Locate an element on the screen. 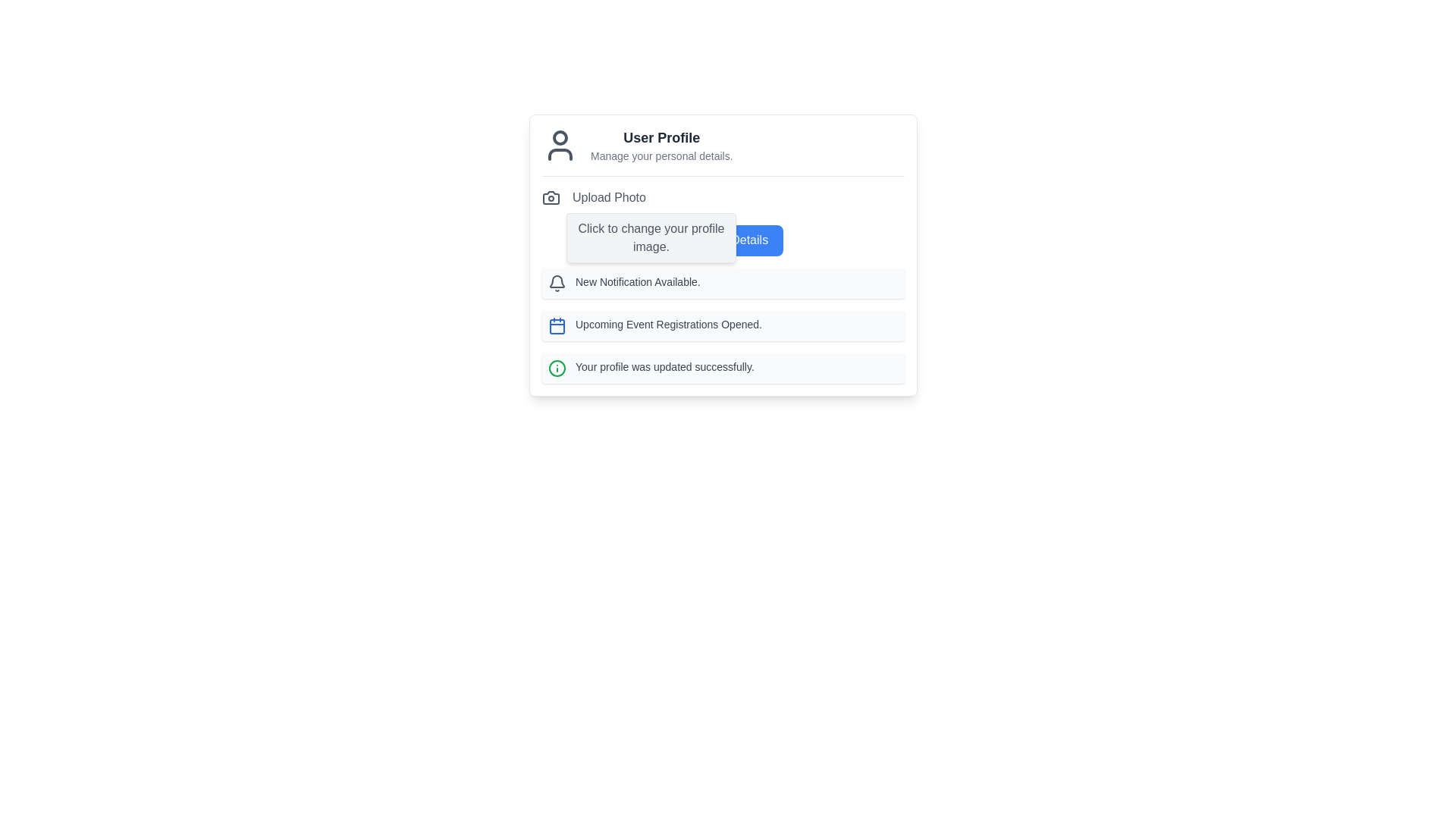  the success indicator icon located to the left of the text 'Your profile was updated successfully.' is located at coordinates (556, 368).